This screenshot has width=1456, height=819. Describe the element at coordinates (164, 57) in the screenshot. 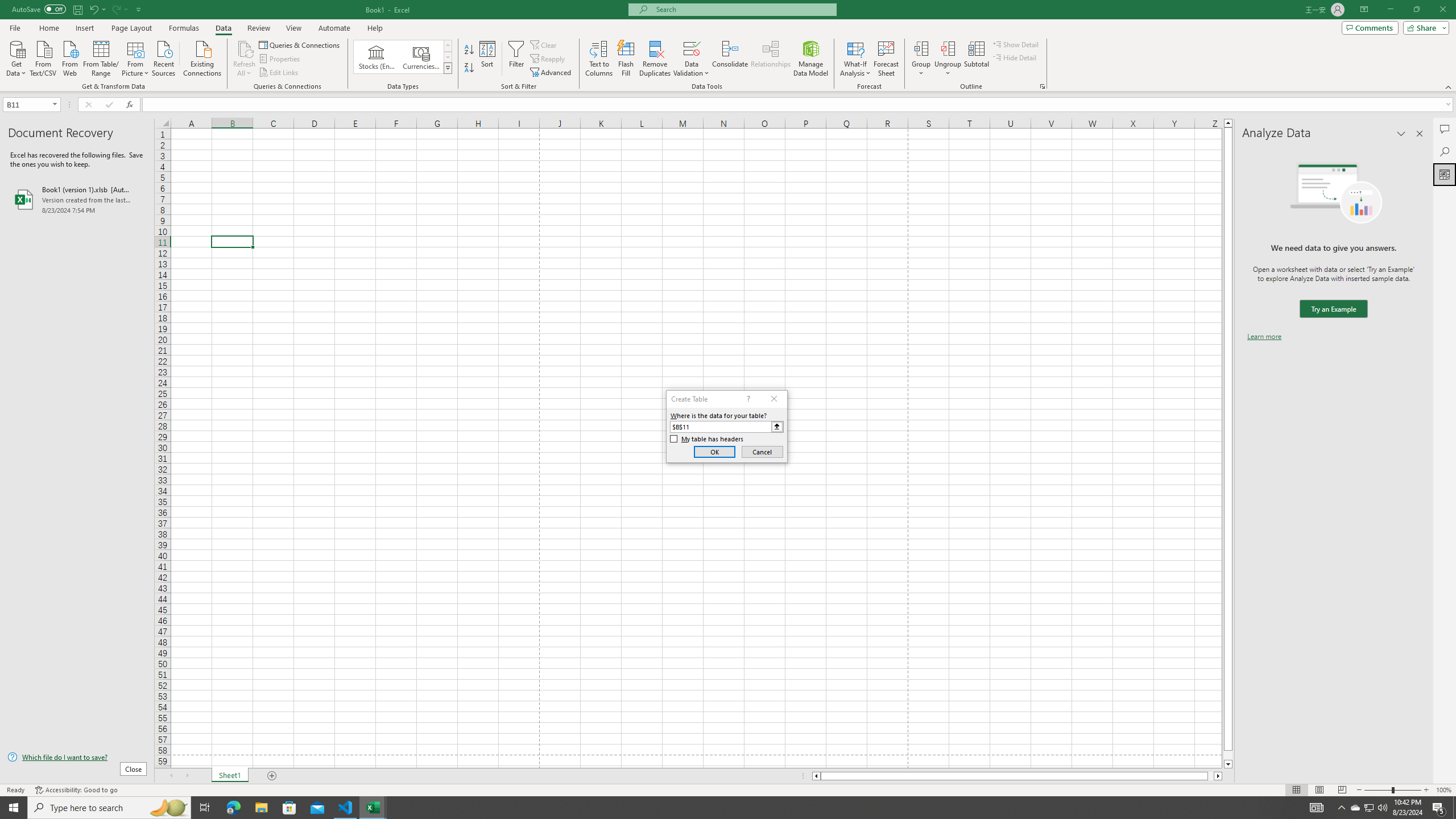

I see `'Recent Sources'` at that location.